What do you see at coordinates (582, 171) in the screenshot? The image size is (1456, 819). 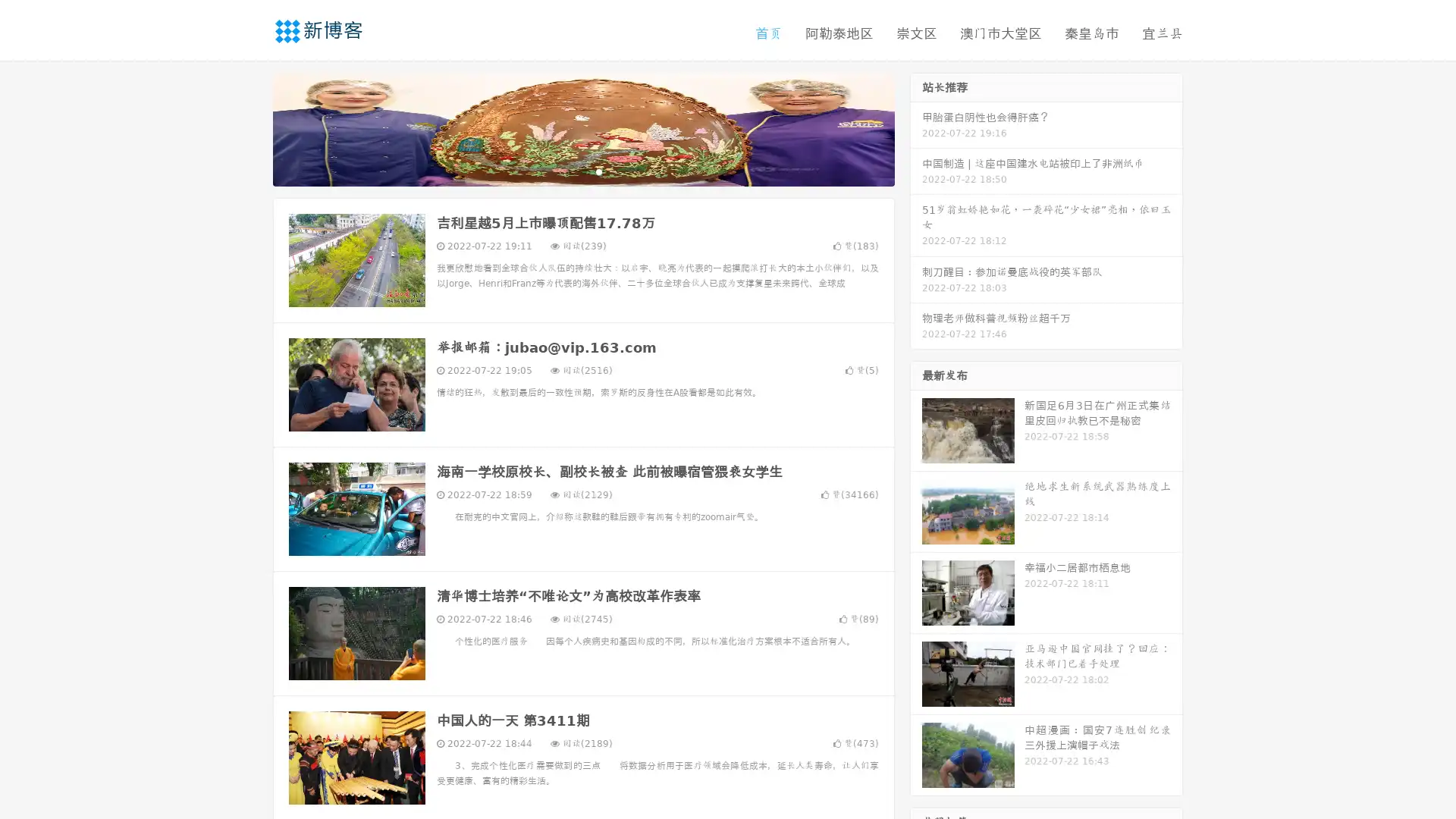 I see `Go to slide 2` at bounding box center [582, 171].